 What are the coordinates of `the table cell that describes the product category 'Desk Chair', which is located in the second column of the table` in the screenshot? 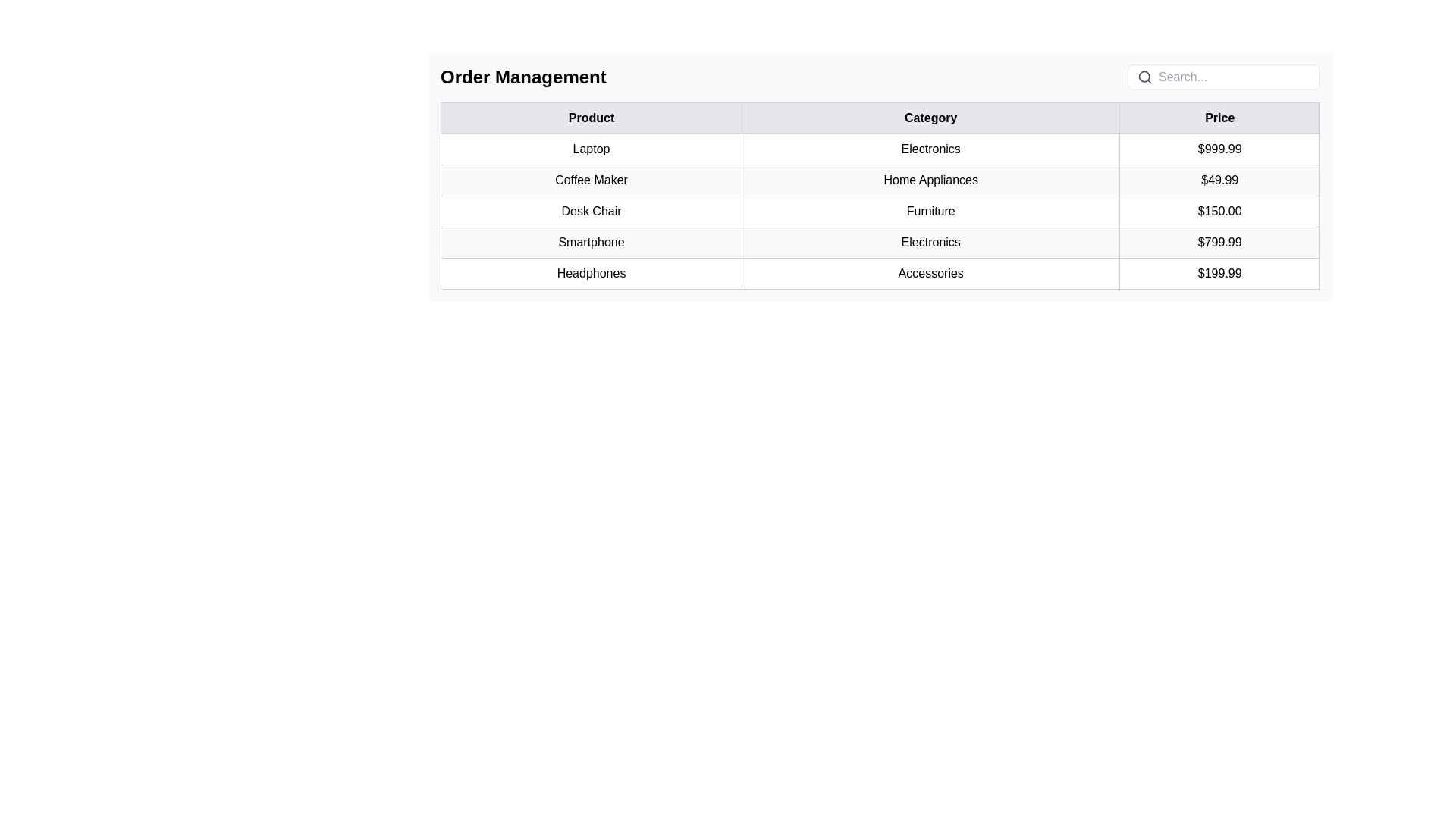 It's located at (930, 211).